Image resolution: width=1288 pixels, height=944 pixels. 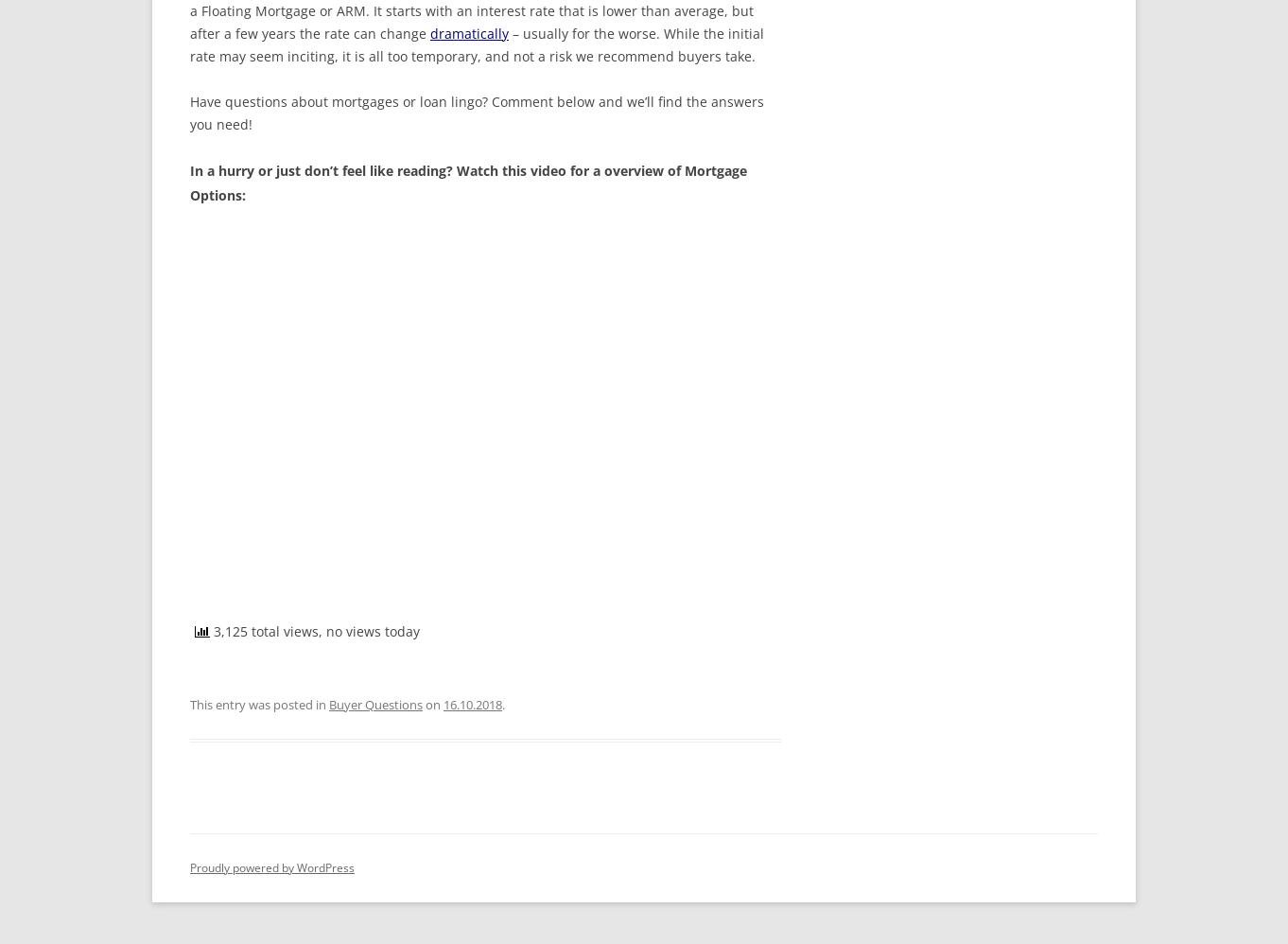 I want to click on '3,125 total views, no views today', so click(x=209, y=629).